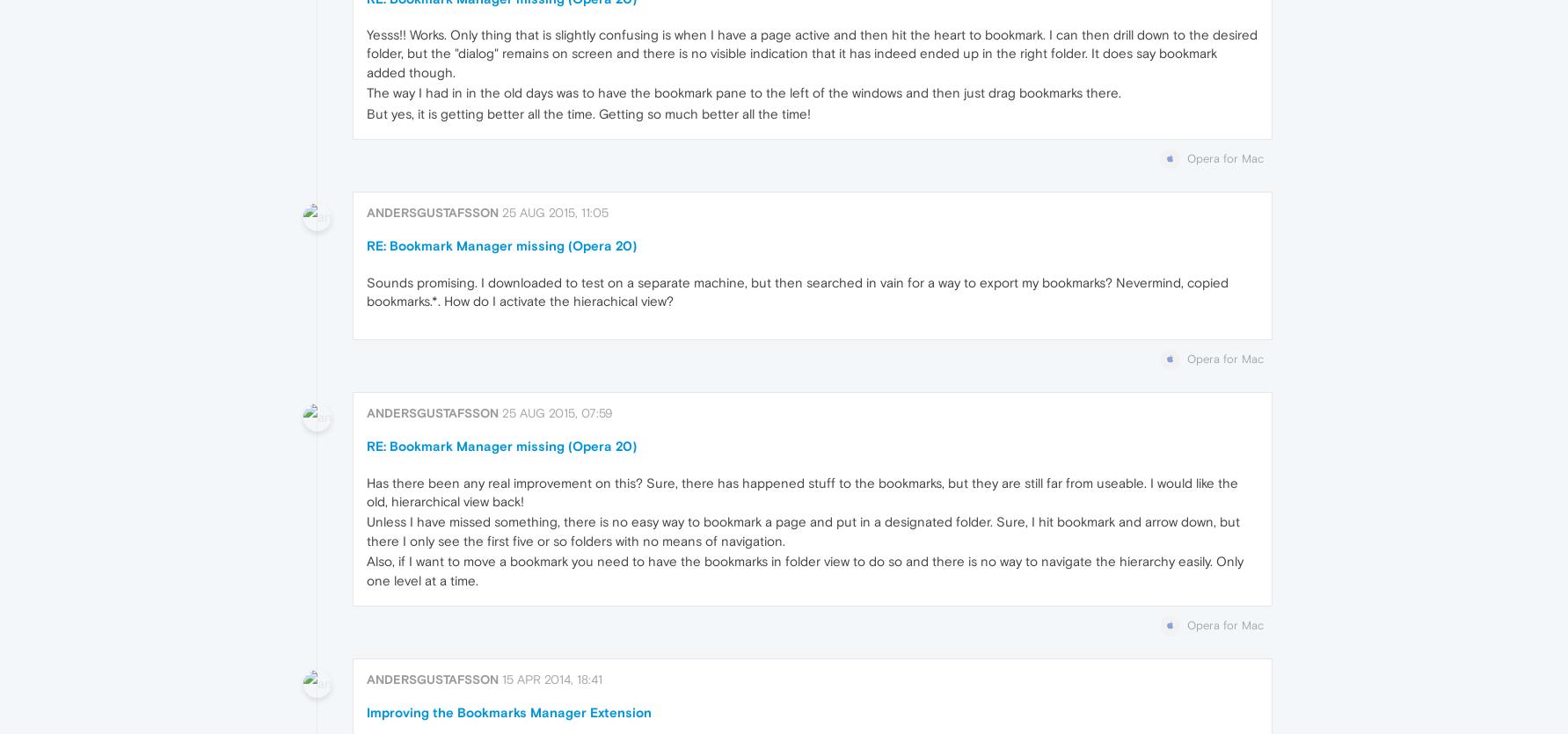 The width and height of the screenshot is (1568, 734). What do you see at coordinates (810, 53) in the screenshot?
I see `'Yesss!! Works. Only thing that is slightly confusing is when I have a page active and then hit the heart to bookmark. I can then drill down to the desired folder, but the "dialog" remains on screen and there is no visible indication that it has indeed ended up in the right folder. It does say bookmark added though.'` at bounding box center [810, 53].